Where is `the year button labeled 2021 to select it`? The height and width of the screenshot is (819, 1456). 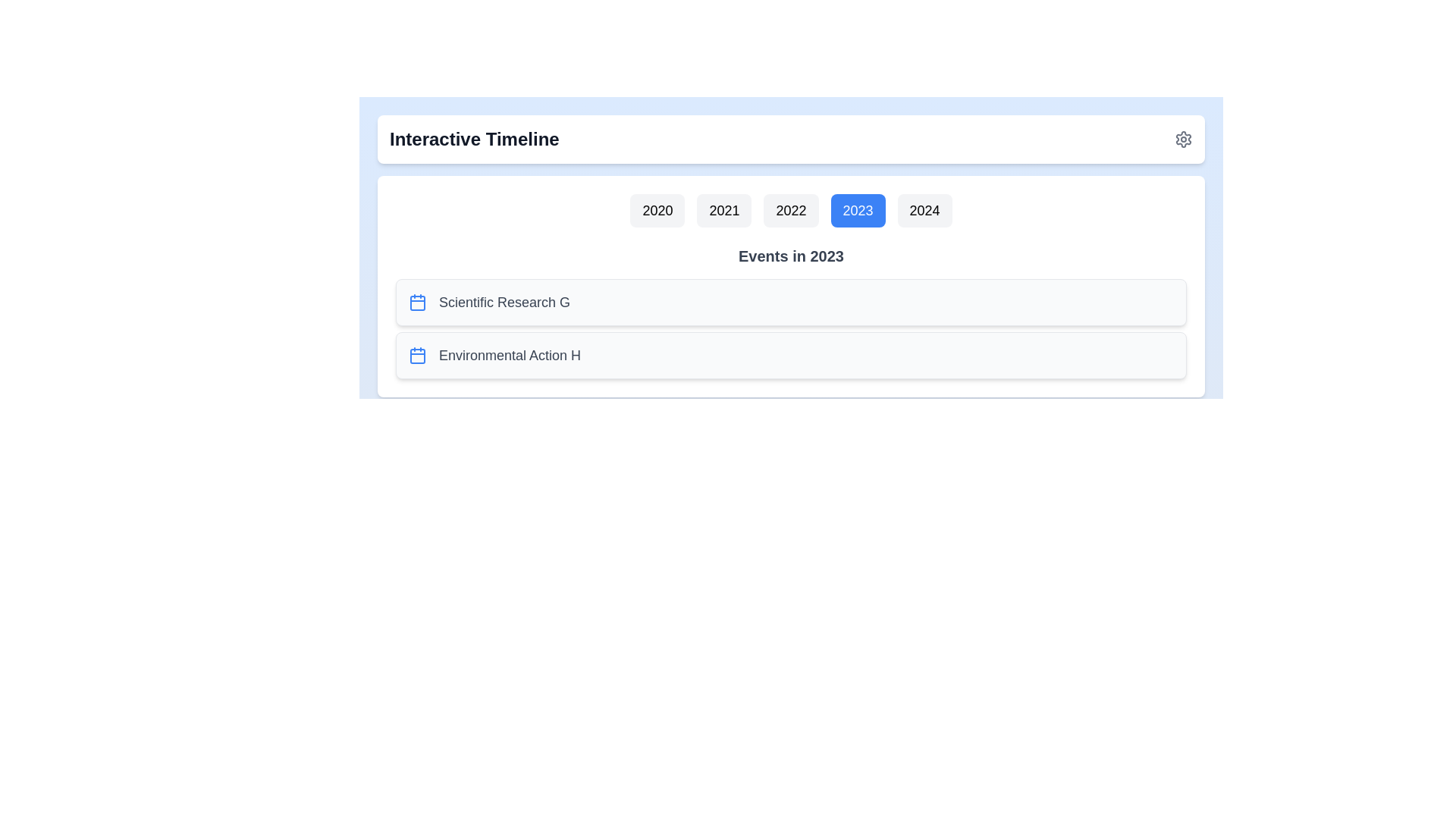
the year button labeled 2021 to select it is located at coordinates (723, 210).